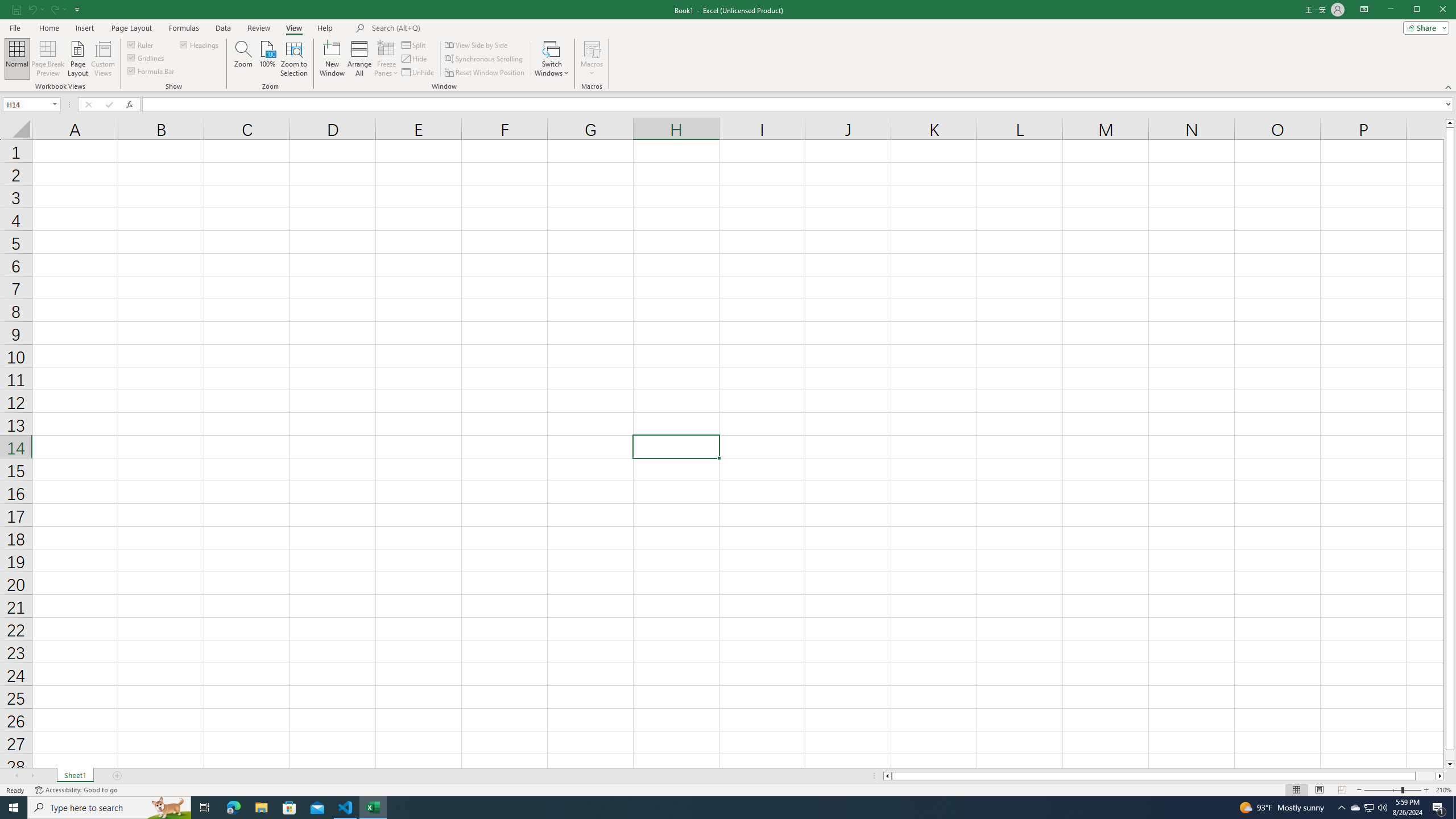 The image size is (1456, 819). What do you see at coordinates (591, 48) in the screenshot?
I see `'View Macros'` at bounding box center [591, 48].